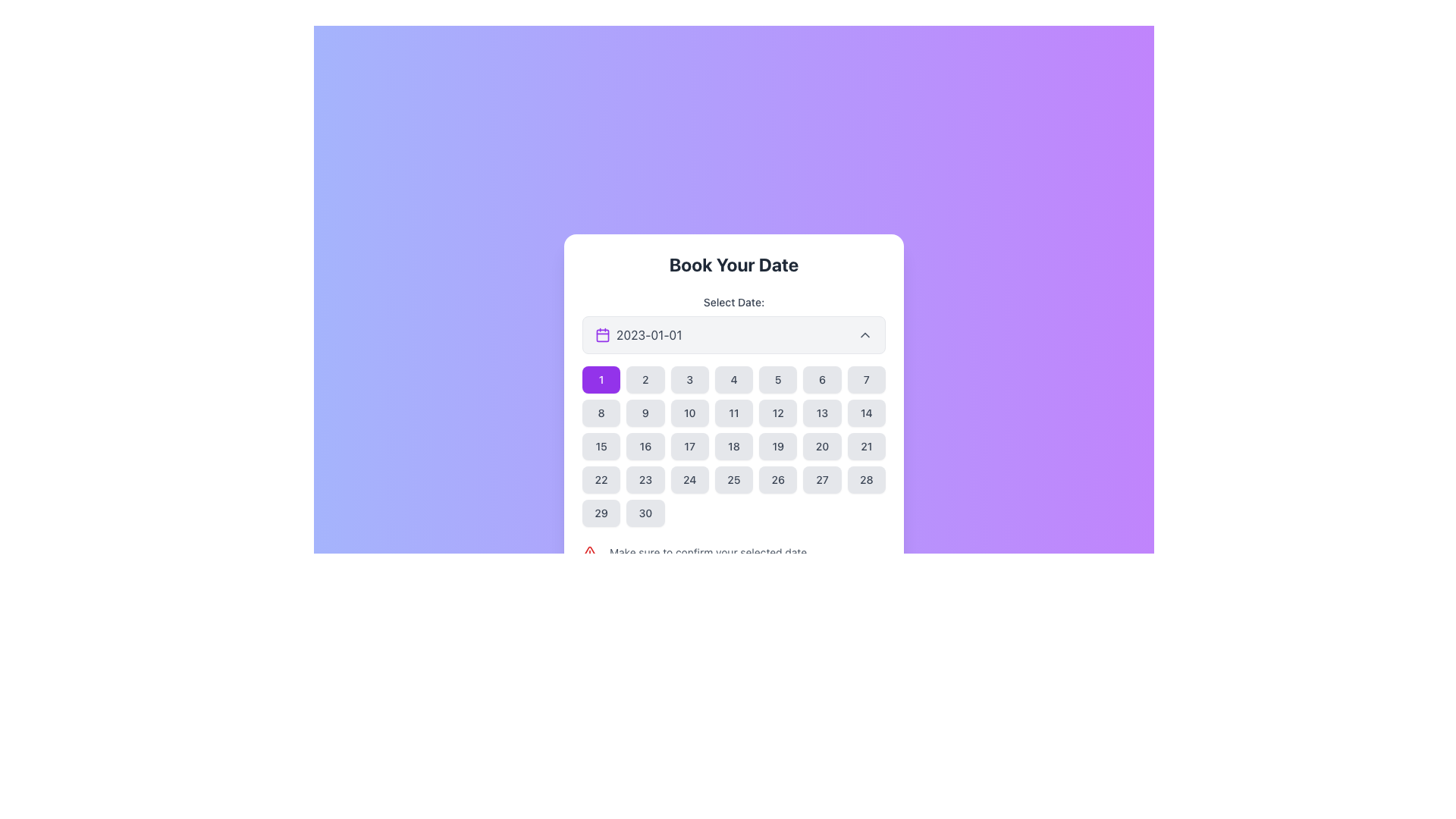 The width and height of the screenshot is (1456, 819). I want to click on the selectable date button representing the date '27' in the calendar grid under the 'Book Your Date' heading, so click(821, 479).